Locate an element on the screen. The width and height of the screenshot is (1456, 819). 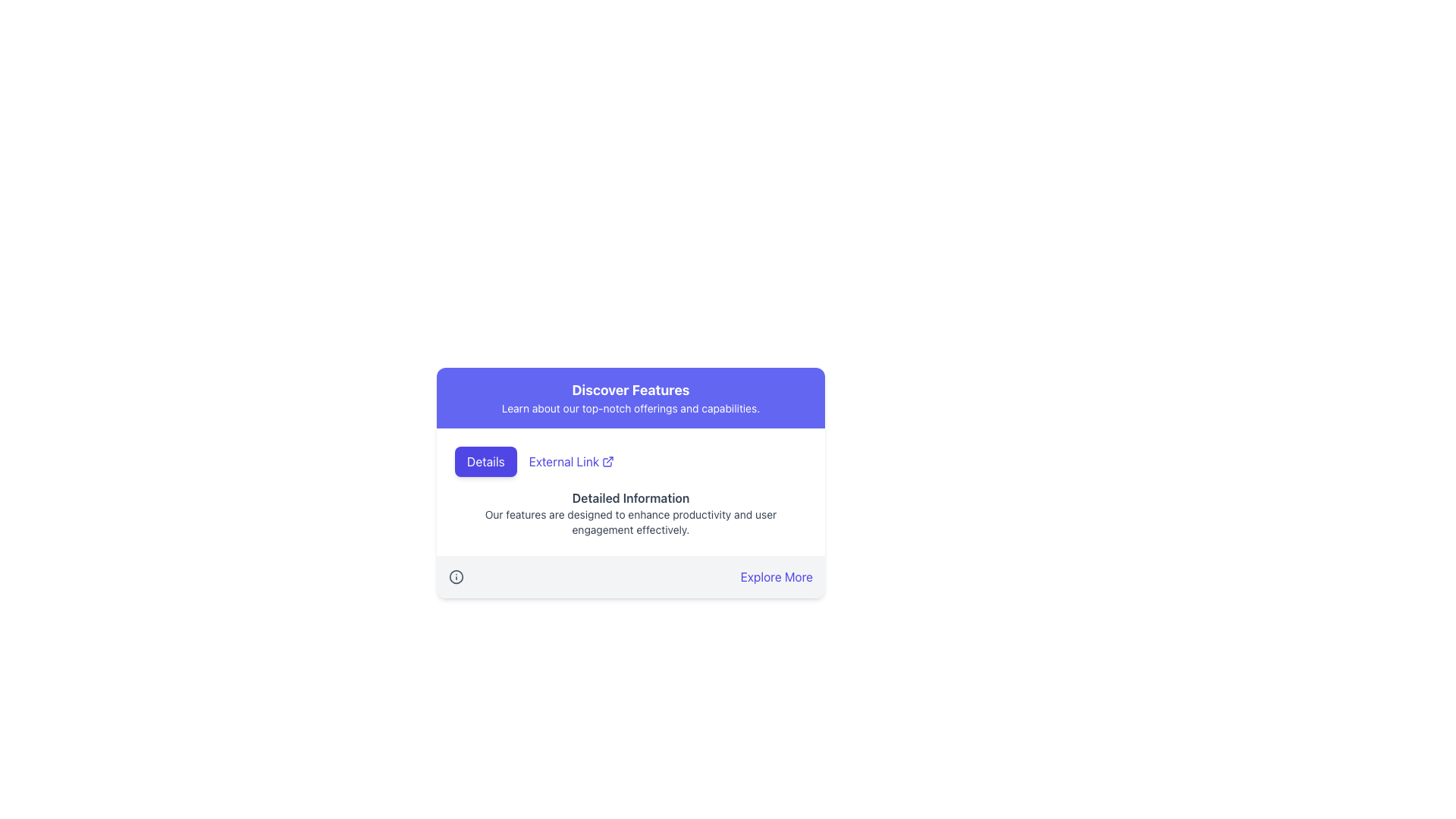
the static text that provides additional information, located within the purple banner below the title 'Discover Features' is located at coordinates (630, 408).